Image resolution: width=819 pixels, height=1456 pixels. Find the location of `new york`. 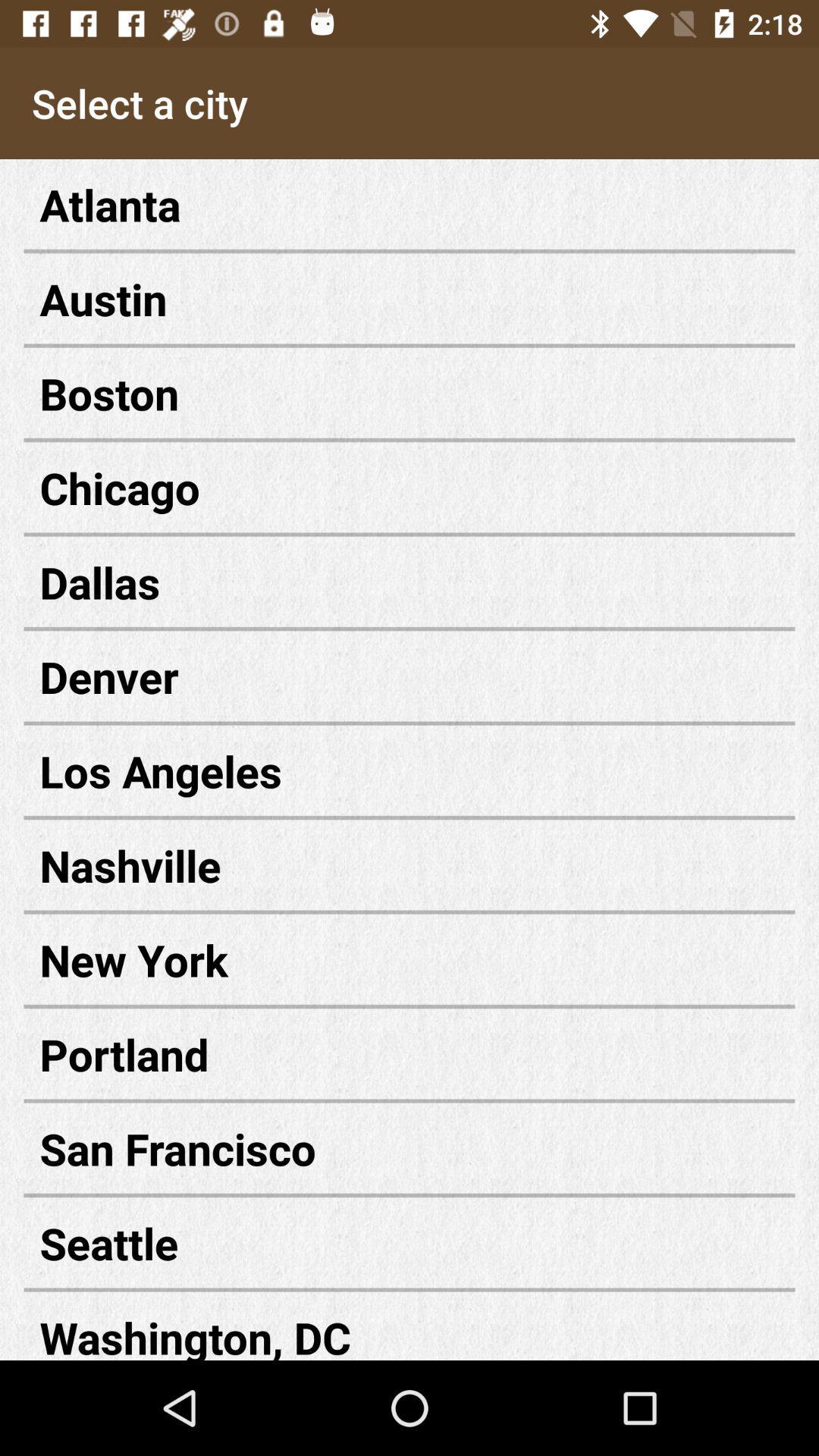

new york is located at coordinates (409, 959).